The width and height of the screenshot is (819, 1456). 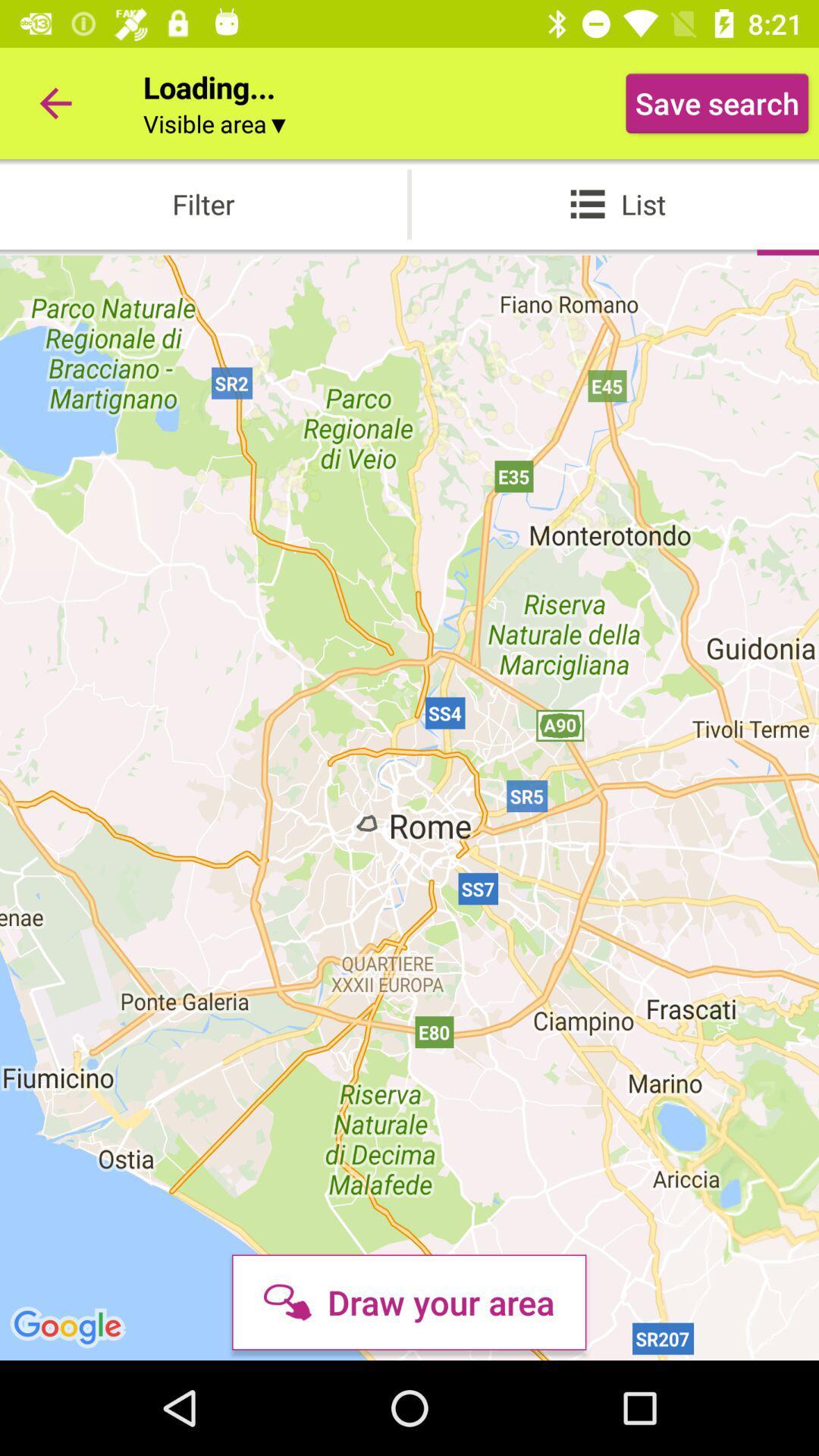 I want to click on the icon next to loading... icon, so click(x=717, y=102).